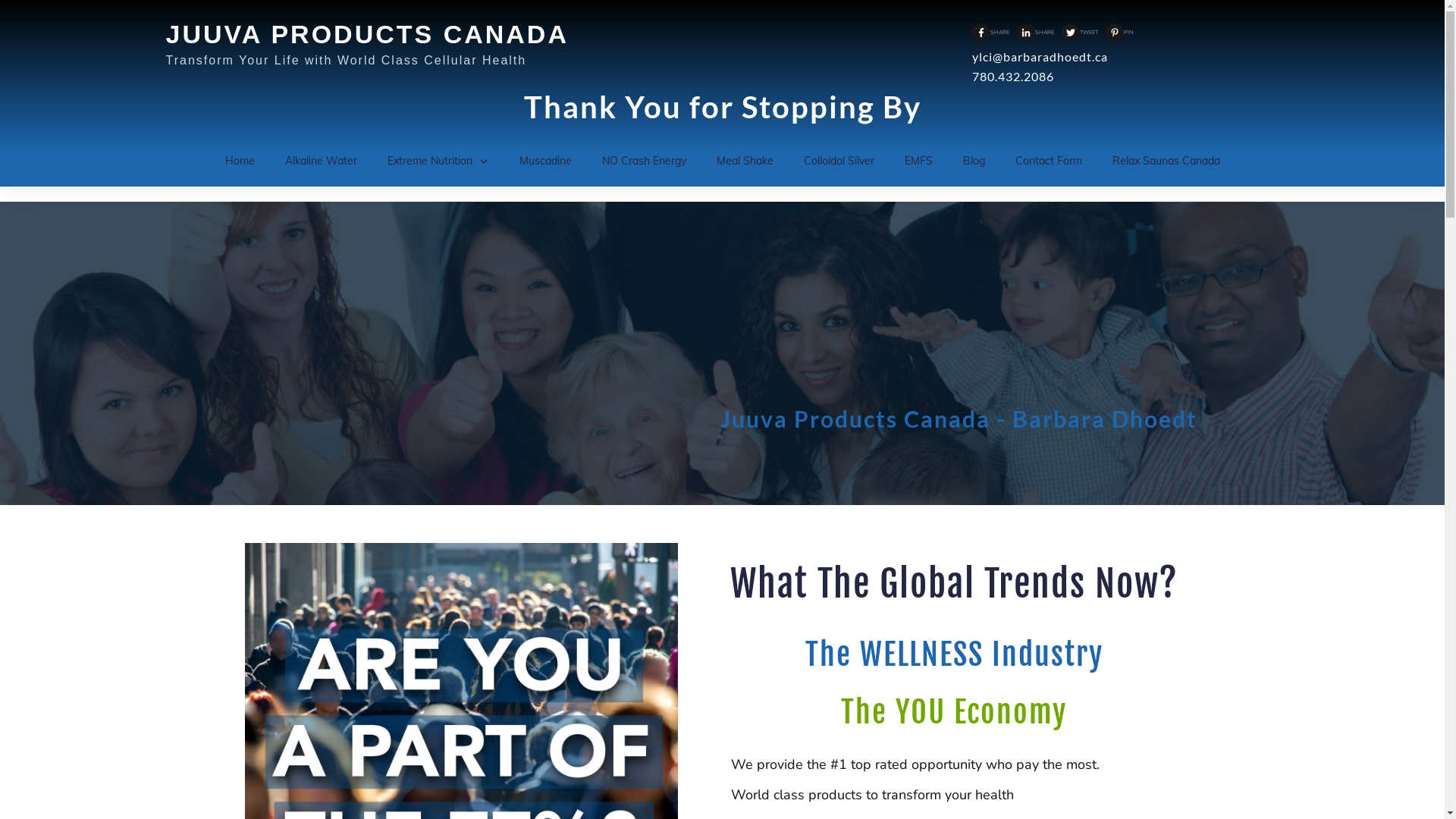 This screenshot has width=1456, height=819. I want to click on 'Contact Form', so click(1047, 161).